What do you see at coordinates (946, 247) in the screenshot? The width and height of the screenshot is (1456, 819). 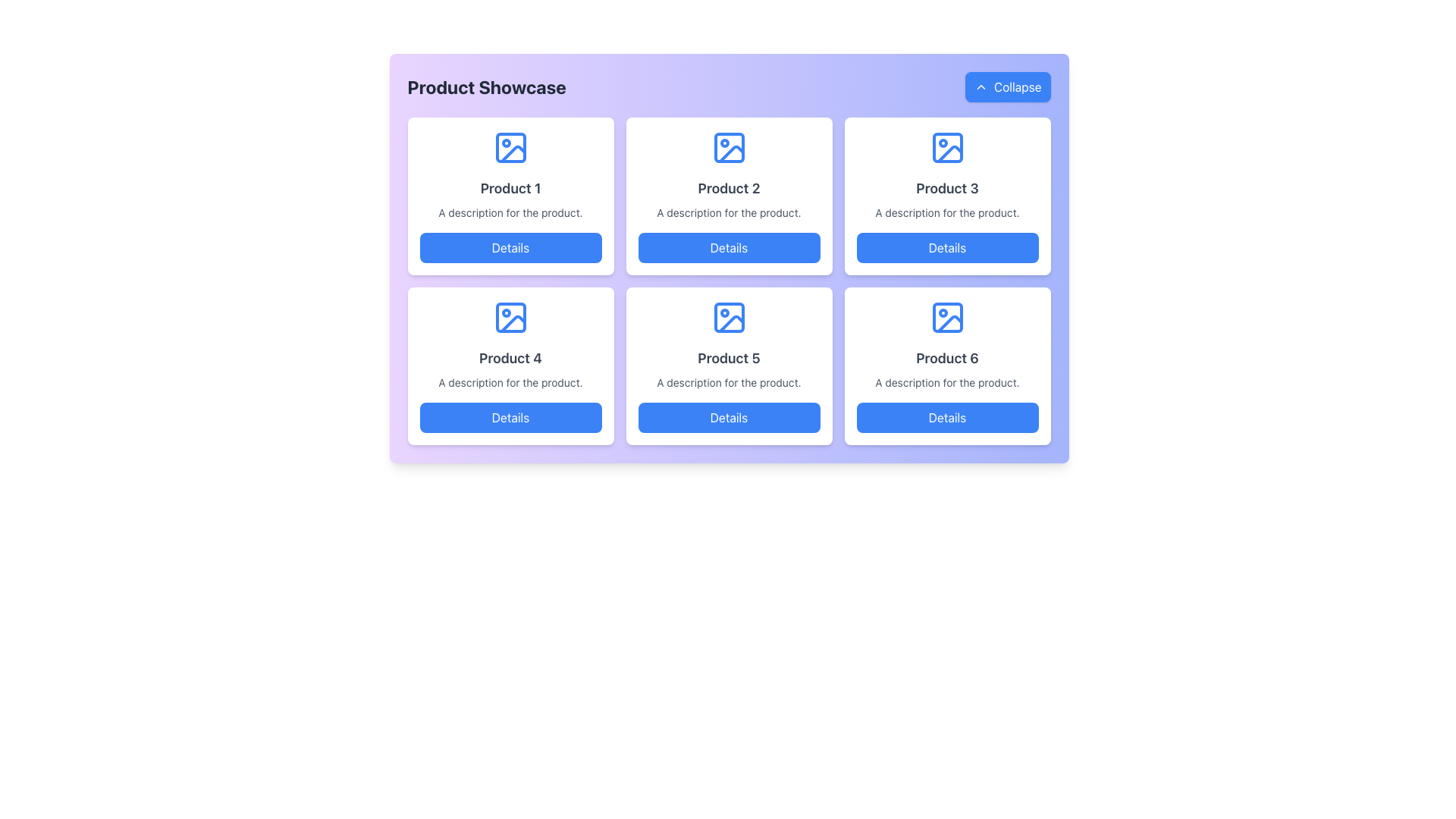 I see `the button located below the text description of 'Product 3' in the grid layout` at bounding box center [946, 247].